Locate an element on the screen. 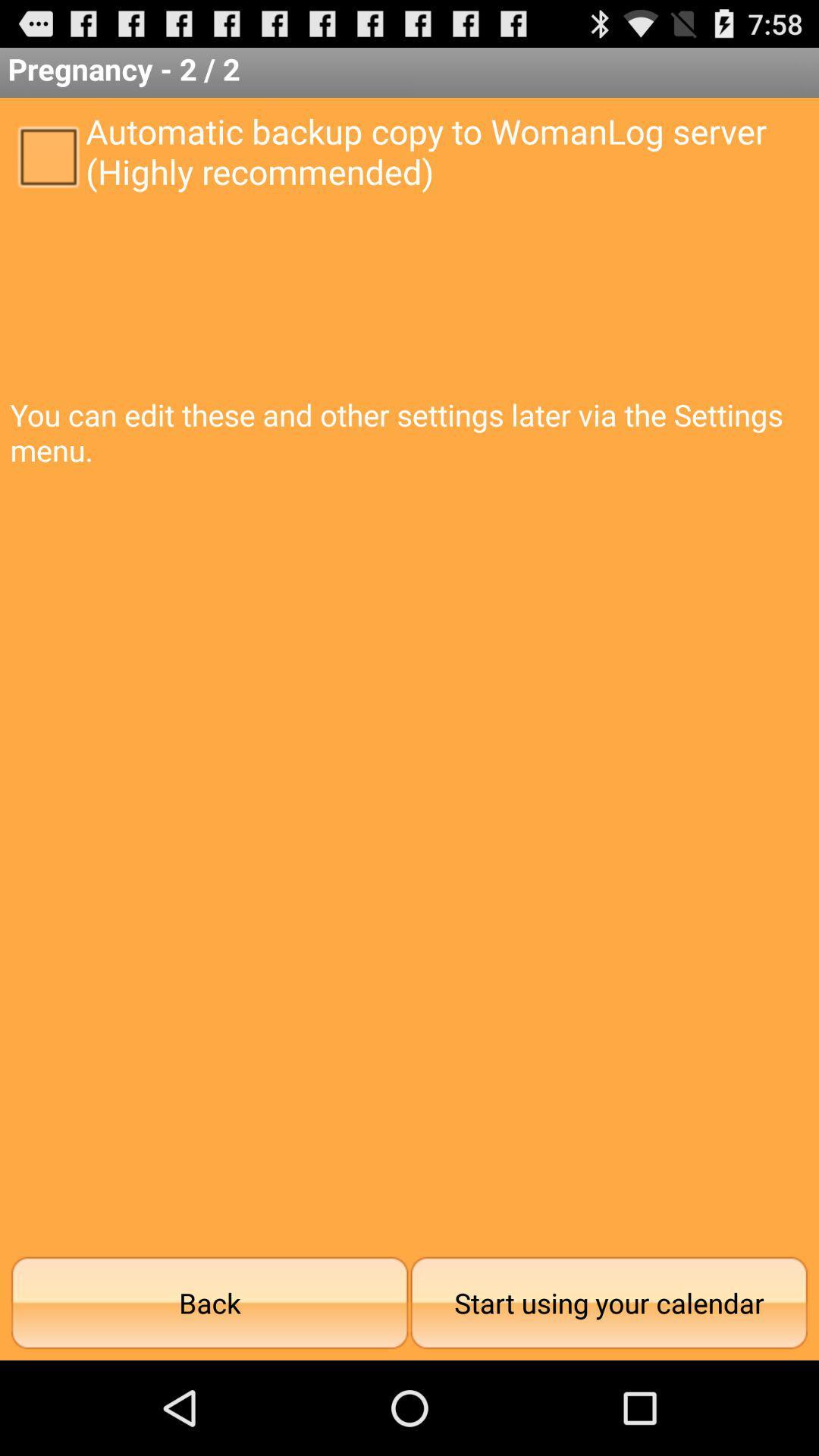 Image resolution: width=819 pixels, height=1456 pixels. item at the bottom left corner is located at coordinates (209, 1302).